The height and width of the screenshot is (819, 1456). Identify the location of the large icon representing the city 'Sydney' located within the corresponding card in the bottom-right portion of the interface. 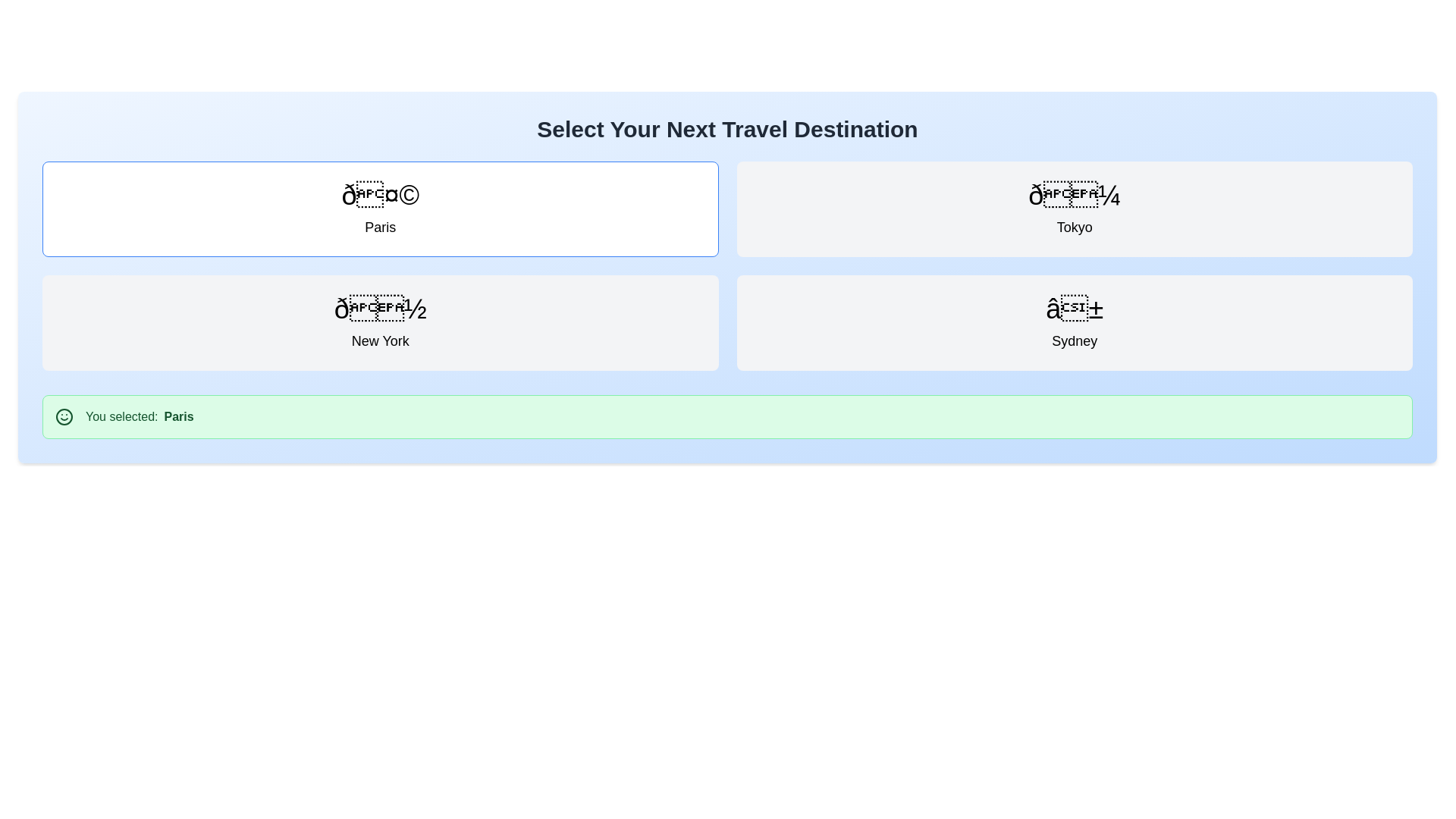
(1074, 309).